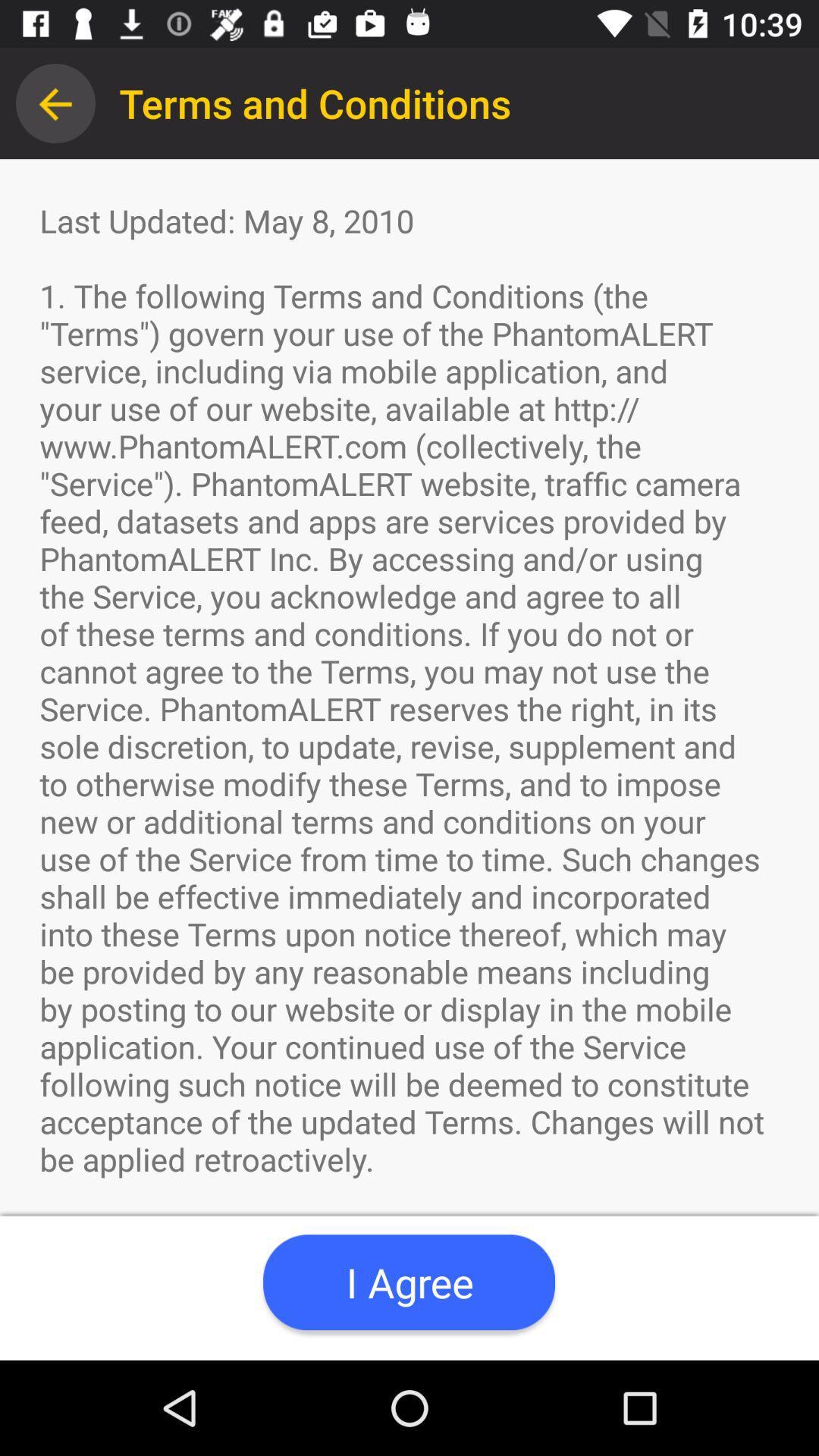 This screenshot has height=1456, width=819. I want to click on item to the left of the terms and conditions app, so click(55, 102).